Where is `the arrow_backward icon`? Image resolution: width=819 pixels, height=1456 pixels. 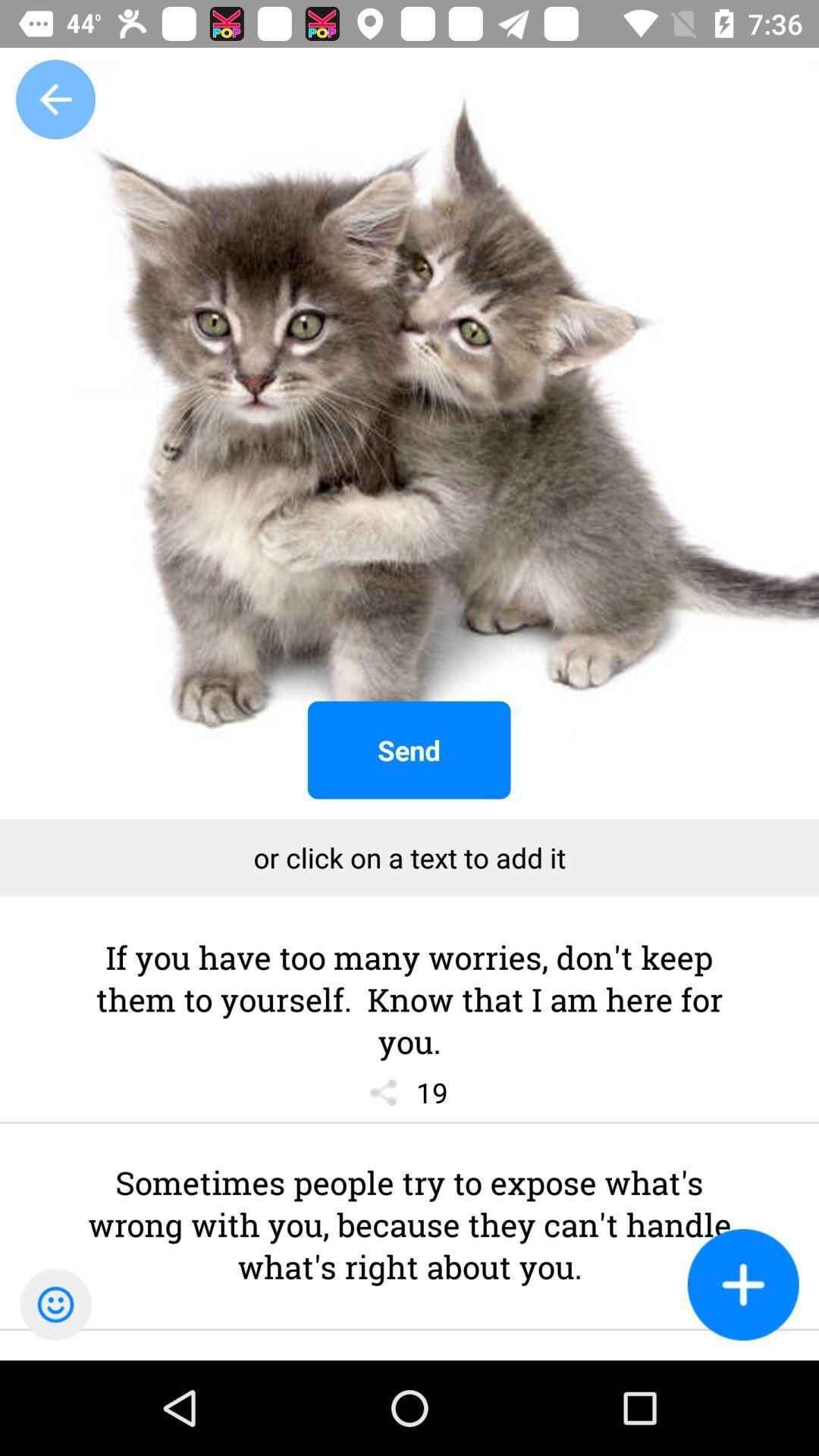 the arrow_backward icon is located at coordinates (55, 99).